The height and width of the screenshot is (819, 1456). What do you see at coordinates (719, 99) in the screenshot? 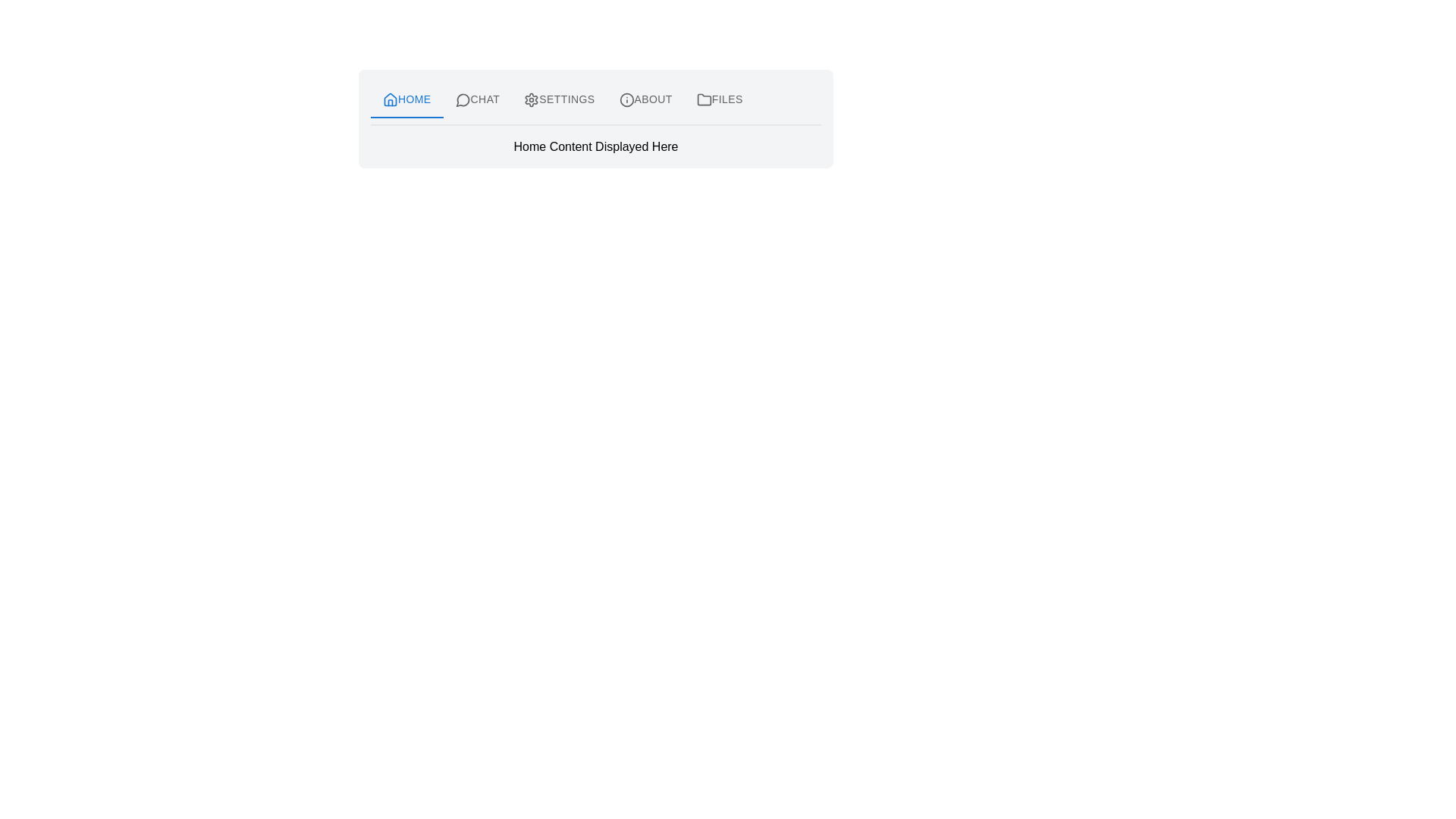
I see `the 'Files' tab item in the navigation bar, which features a folder icon and the label 'Files' in a sans-serif font` at bounding box center [719, 99].